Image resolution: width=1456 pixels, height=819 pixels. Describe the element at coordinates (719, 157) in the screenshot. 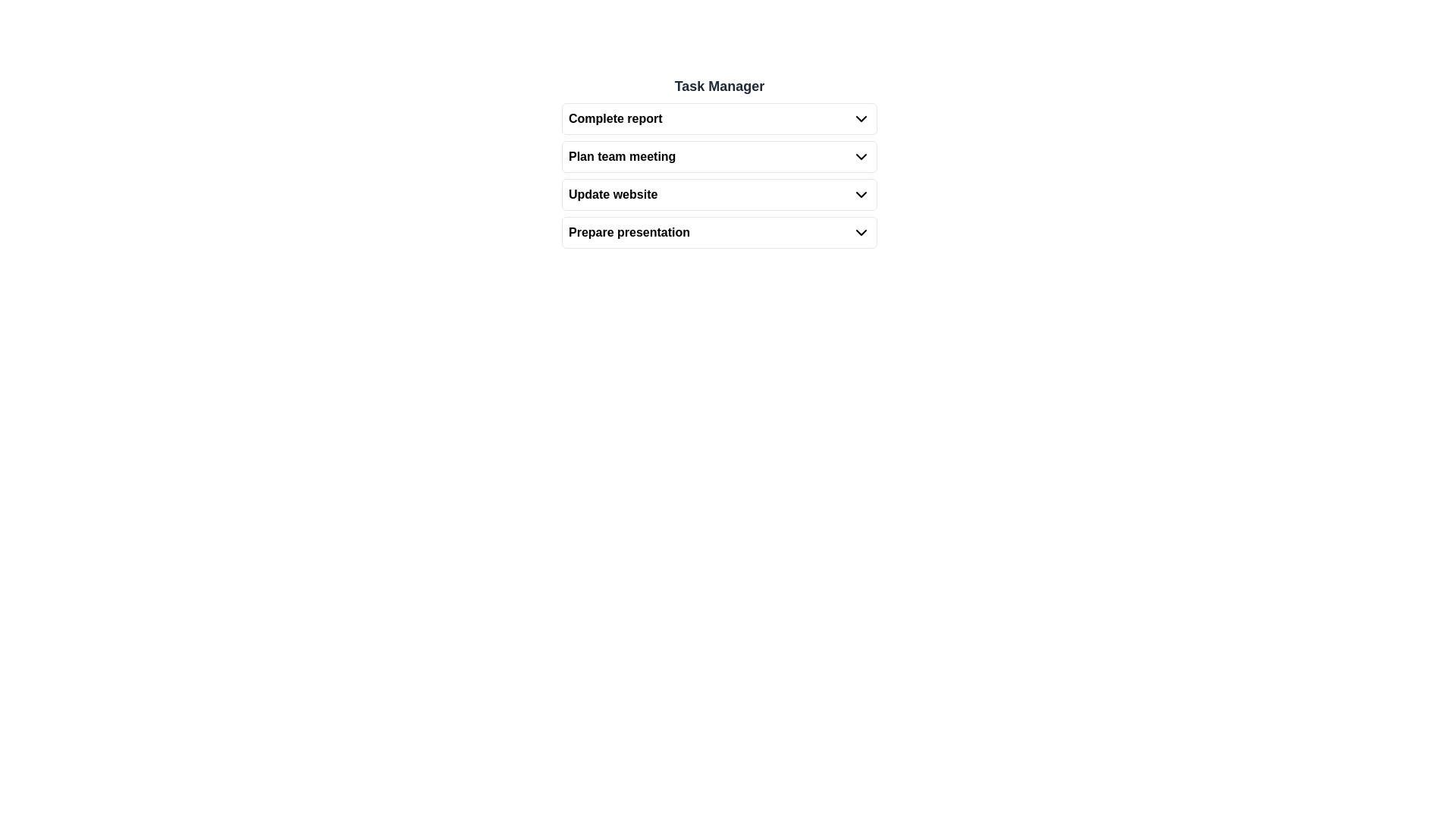

I see `the downward chevron of the task item titled 'Plan team meeting'` at that location.